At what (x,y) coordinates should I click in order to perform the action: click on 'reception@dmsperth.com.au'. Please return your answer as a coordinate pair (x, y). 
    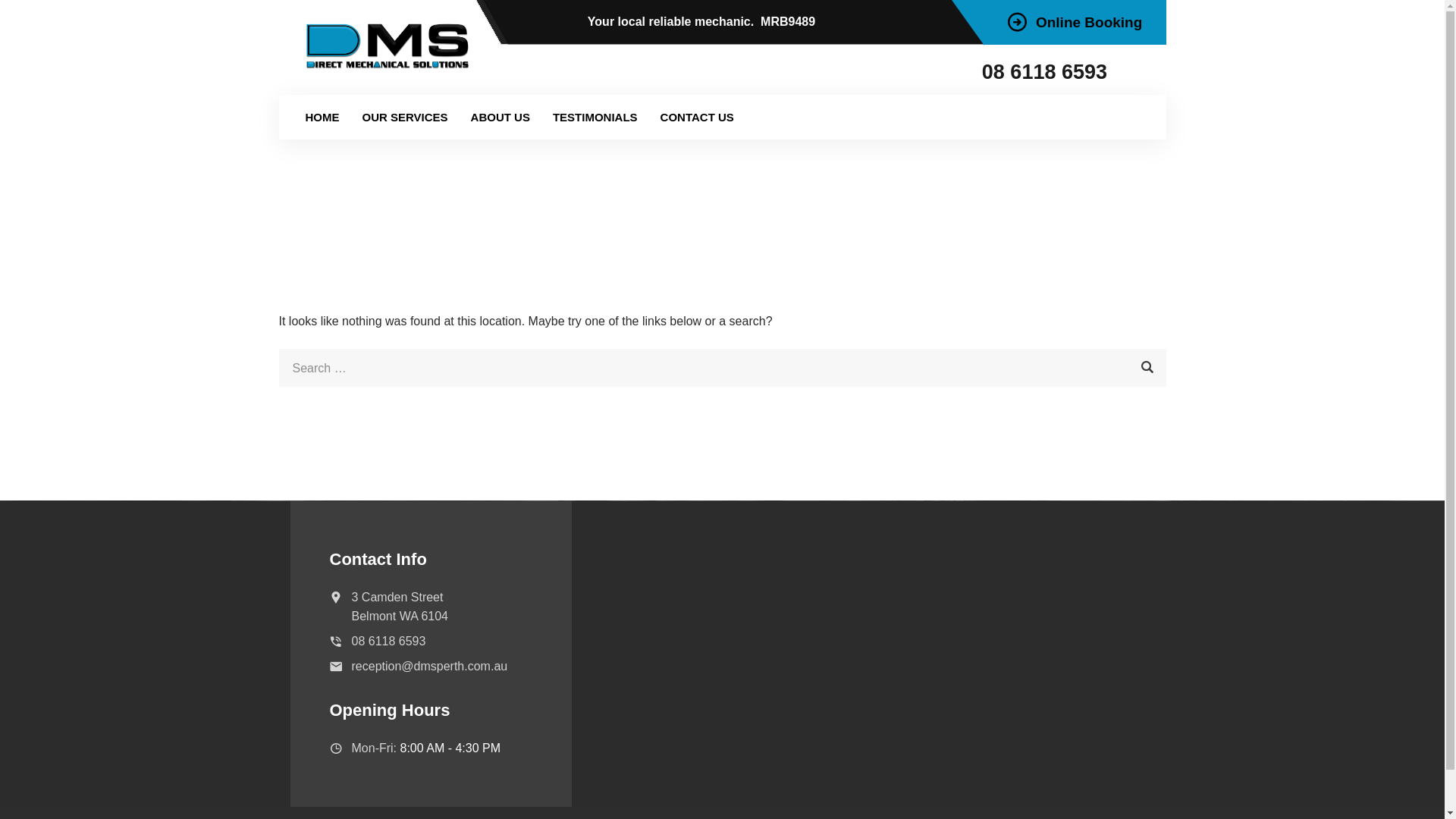
    Looking at the image, I should click on (428, 665).